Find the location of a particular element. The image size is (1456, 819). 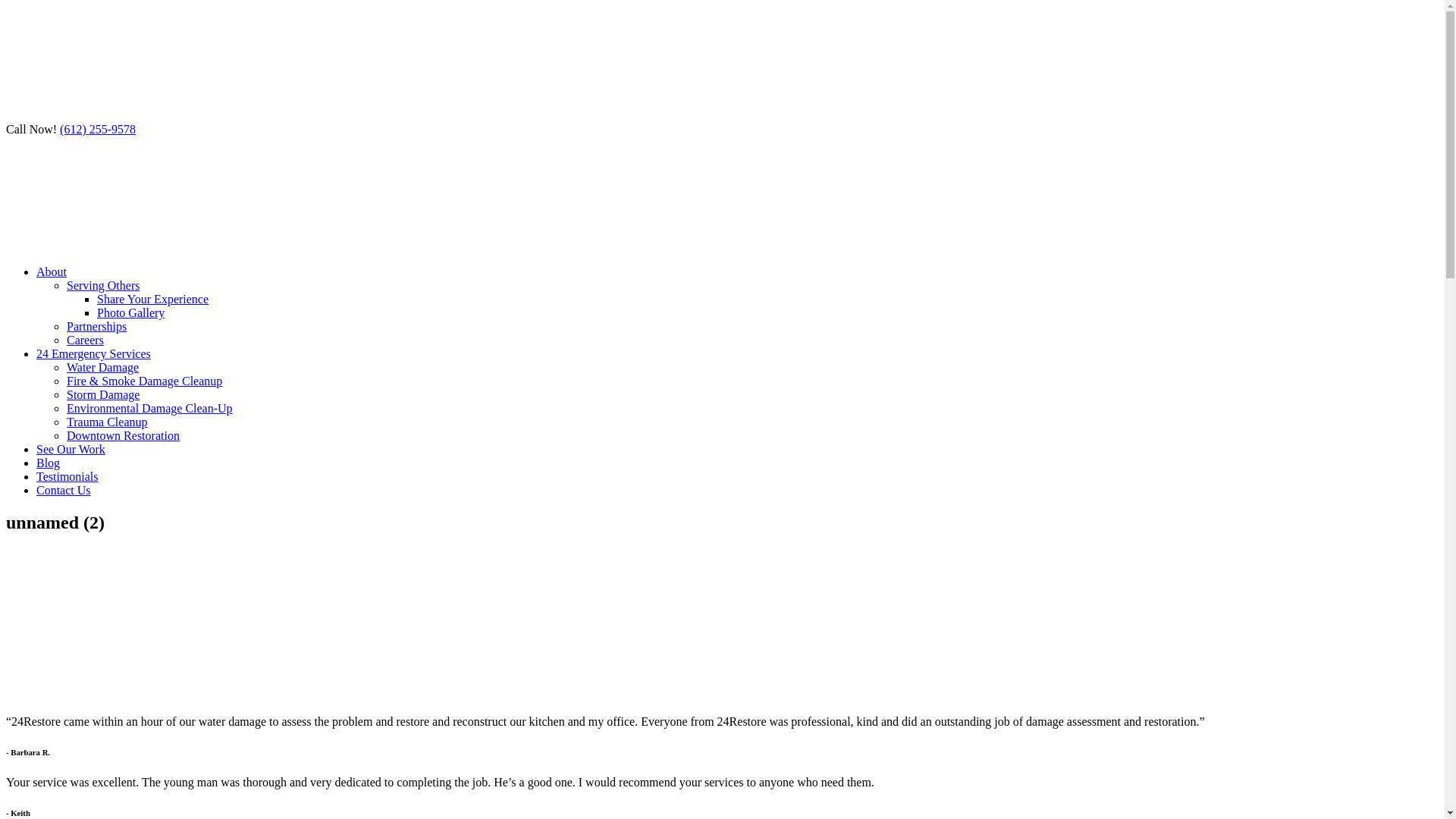

'Fire & Smoke Damage Cleanup' is located at coordinates (144, 380).